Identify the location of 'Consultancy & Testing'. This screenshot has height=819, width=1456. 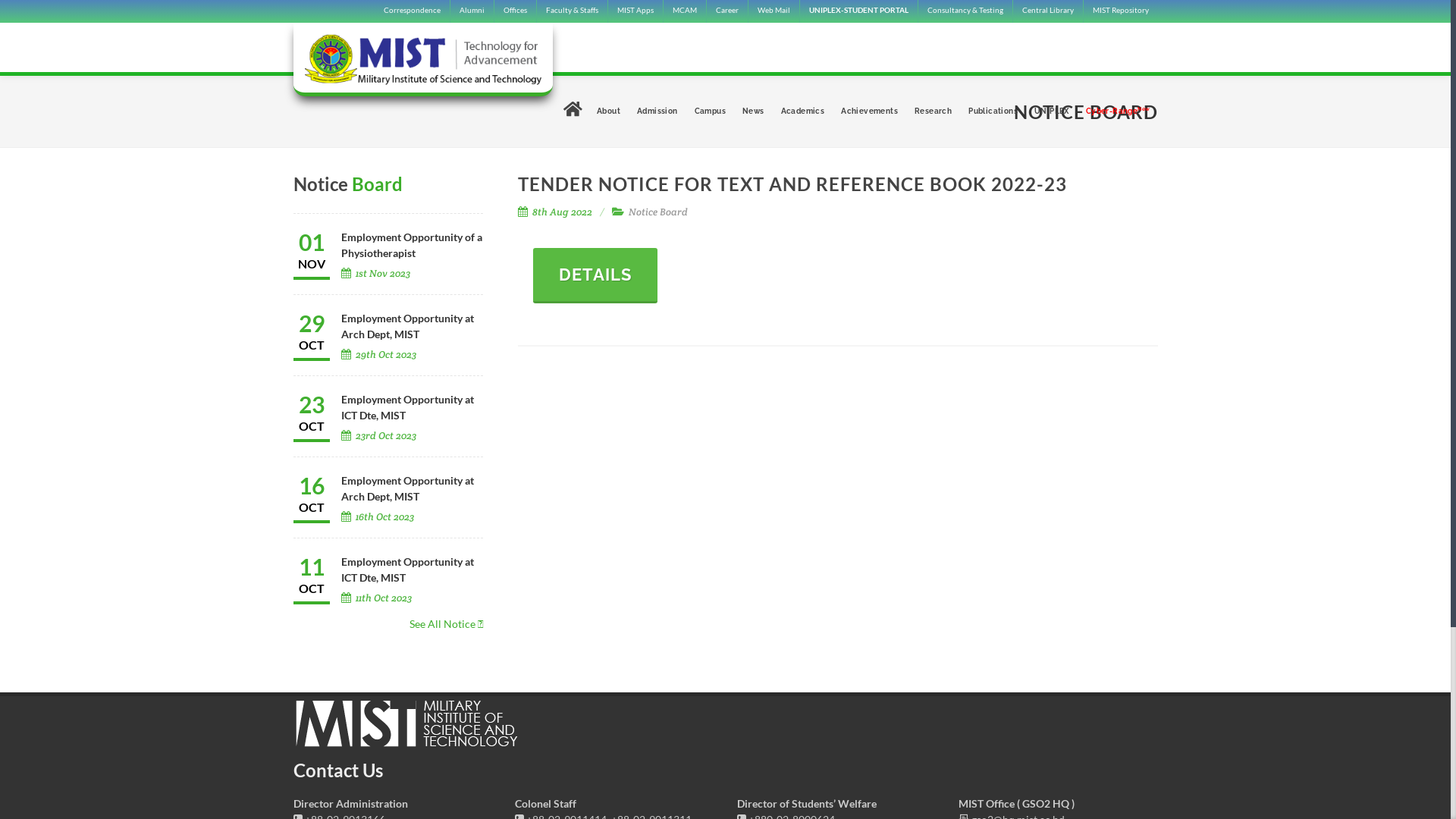
(964, 11).